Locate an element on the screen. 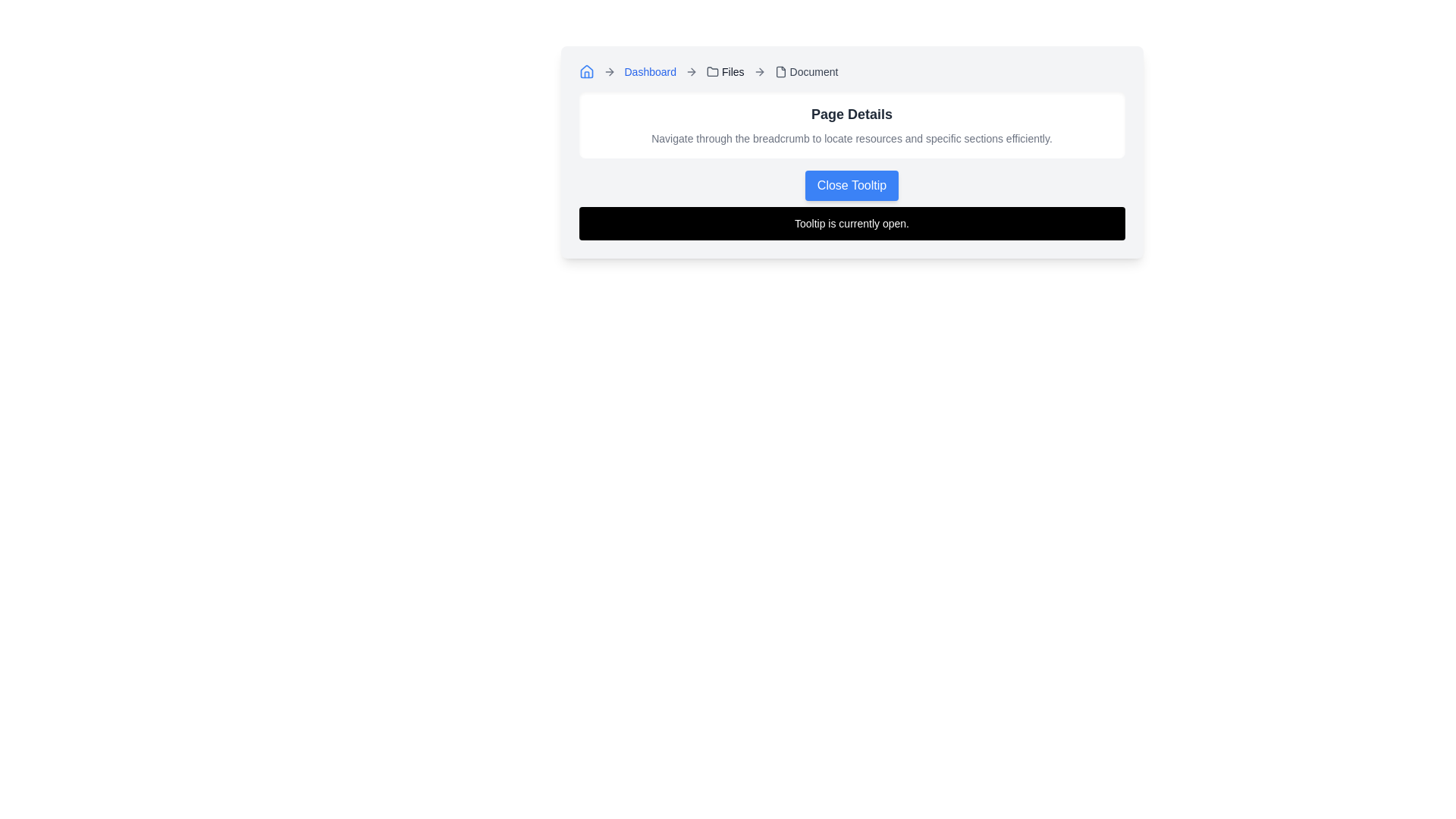 Image resolution: width=1456 pixels, height=819 pixels. the 'Files' breadcrumb link, which is styled with a medium font-weight and accompanied by a gray folder icon is located at coordinates (724, 72).